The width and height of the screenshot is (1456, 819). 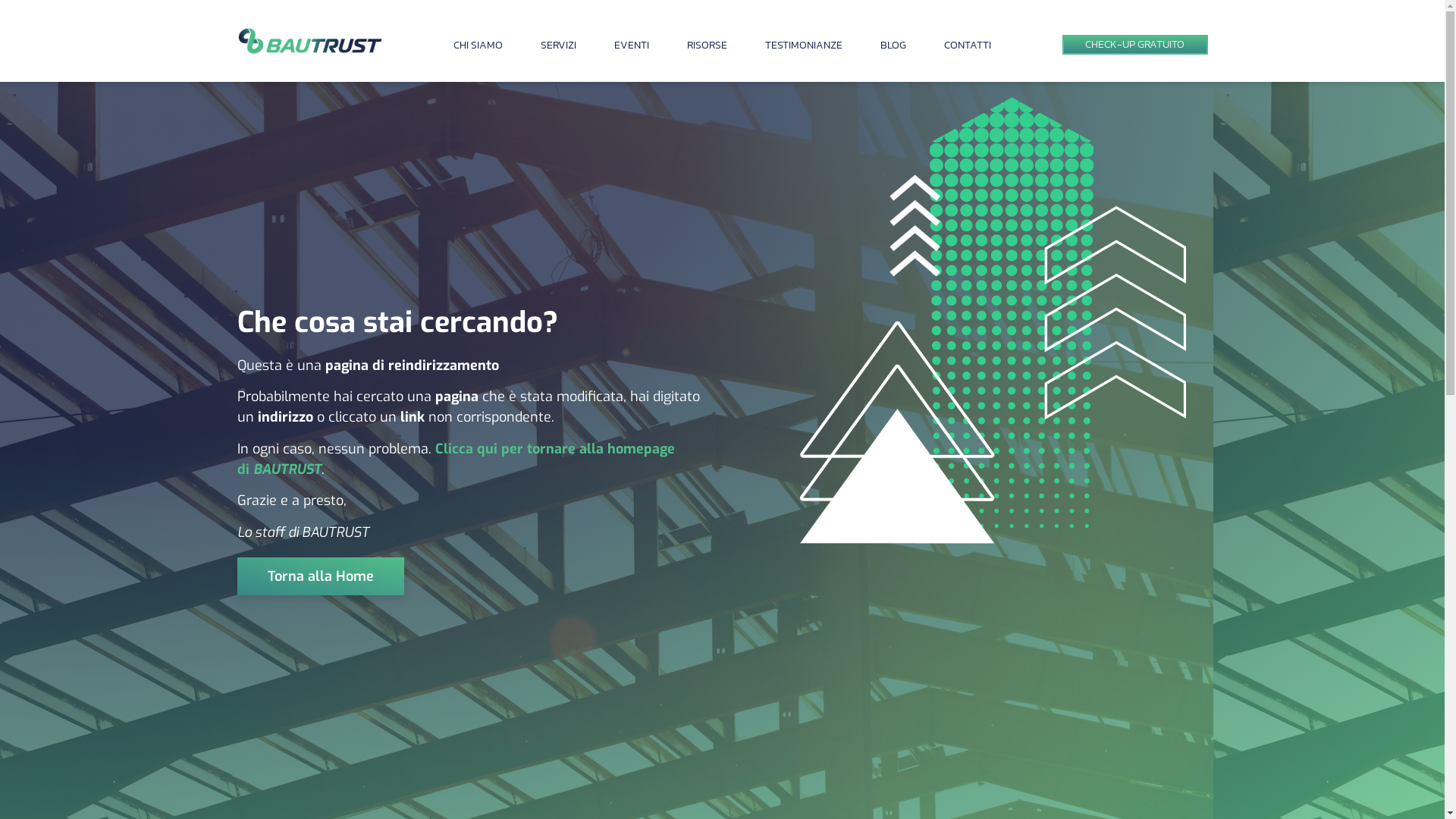 I want to click on 'BLOG', so click(x=893, y=45).